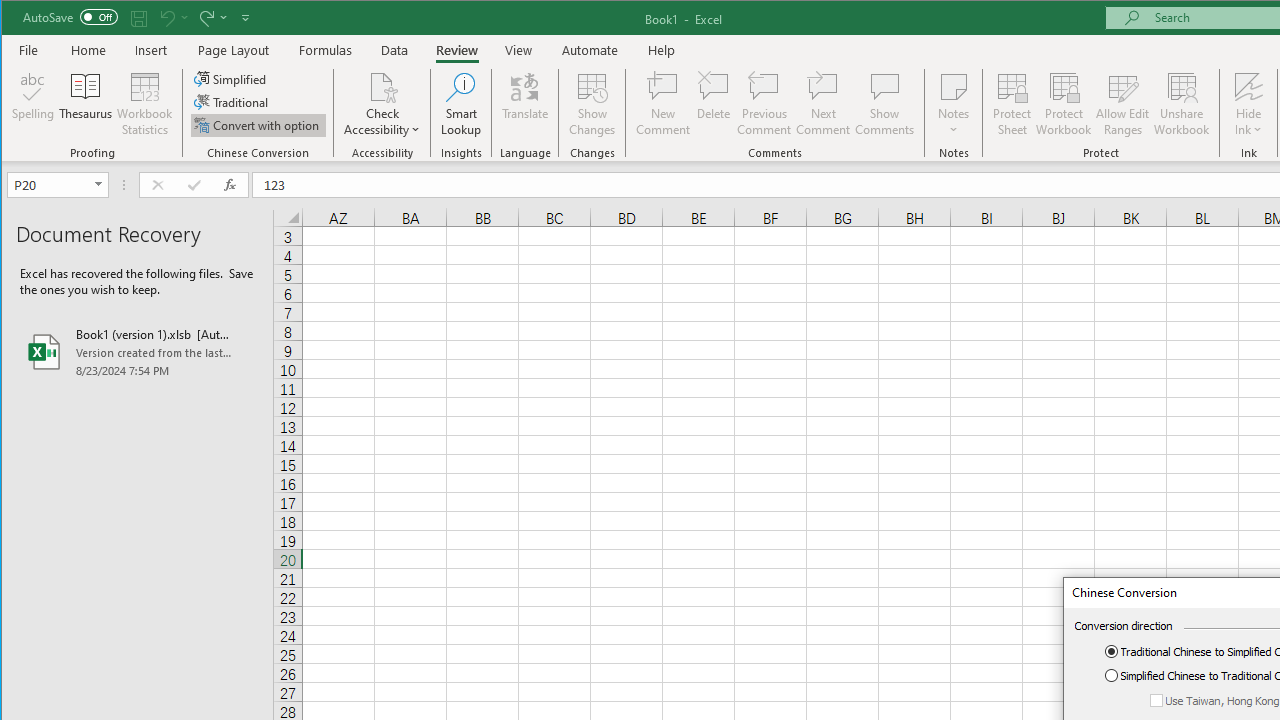 The width and height of the screenshot is (1280, 720). What do you see at coordinates (663, 104) in the screenshot?
I see `'New Comment'` at bounding box center [663, 104].